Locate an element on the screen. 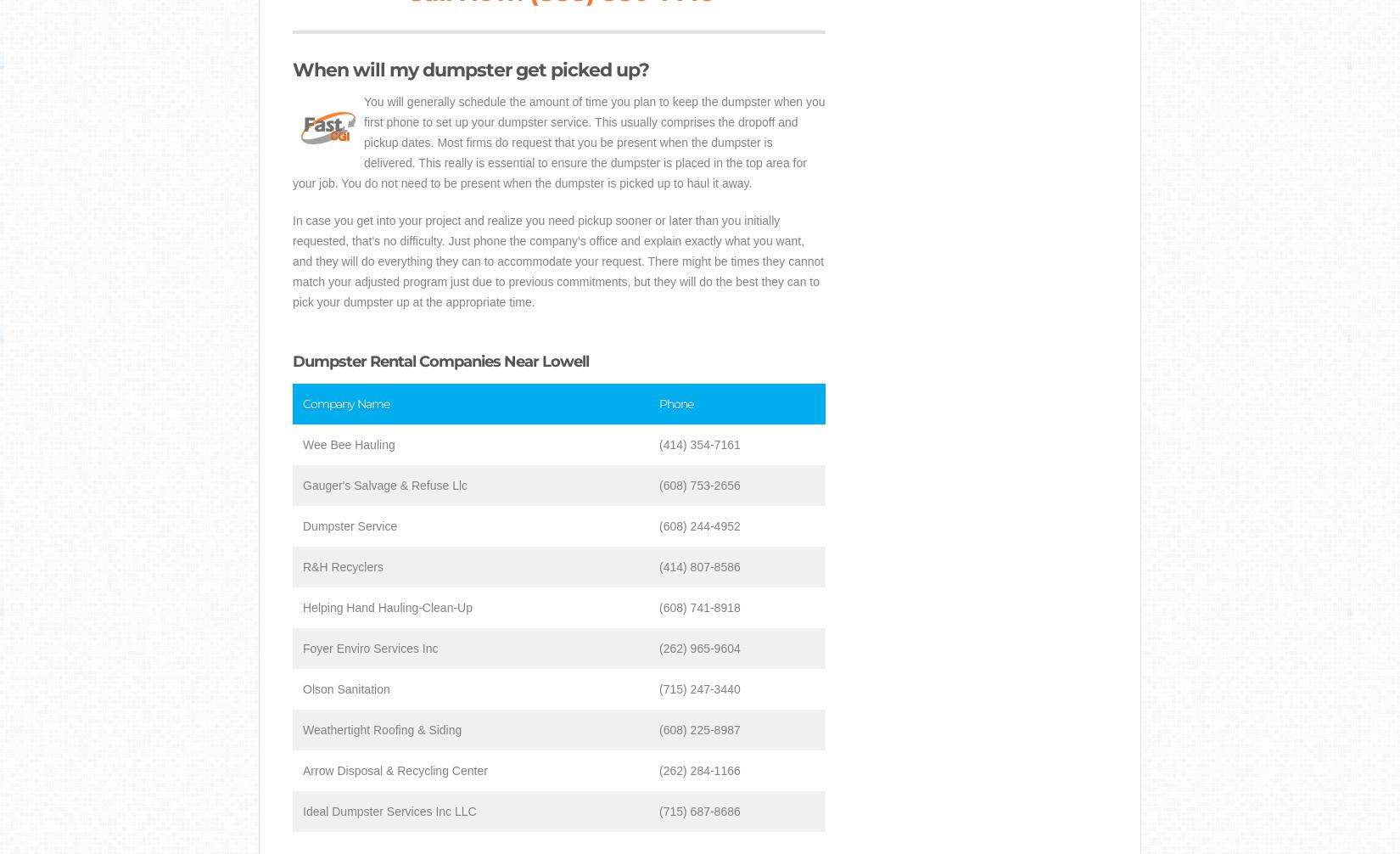  'Weathertight Roofing & Siding' is located at coordinates (303, 729).